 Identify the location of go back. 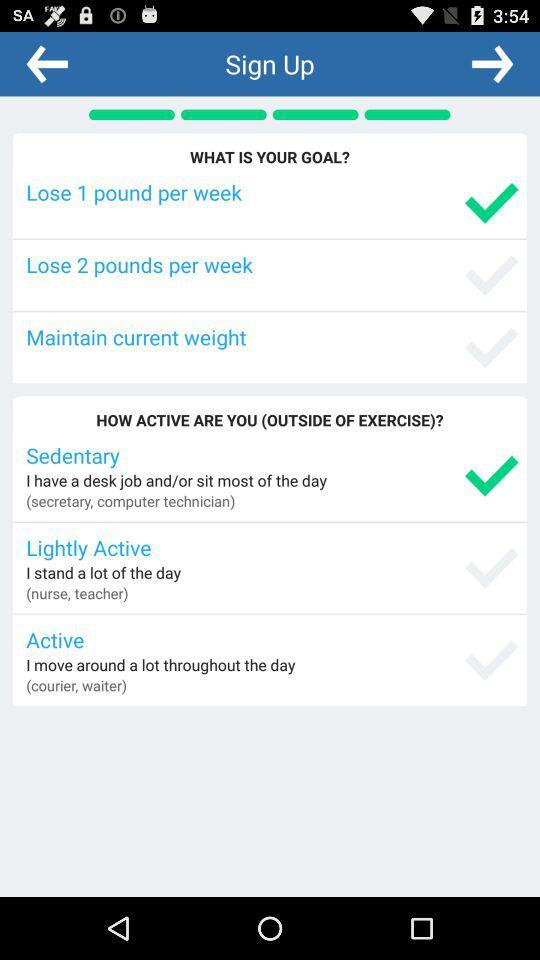
(47, 63).